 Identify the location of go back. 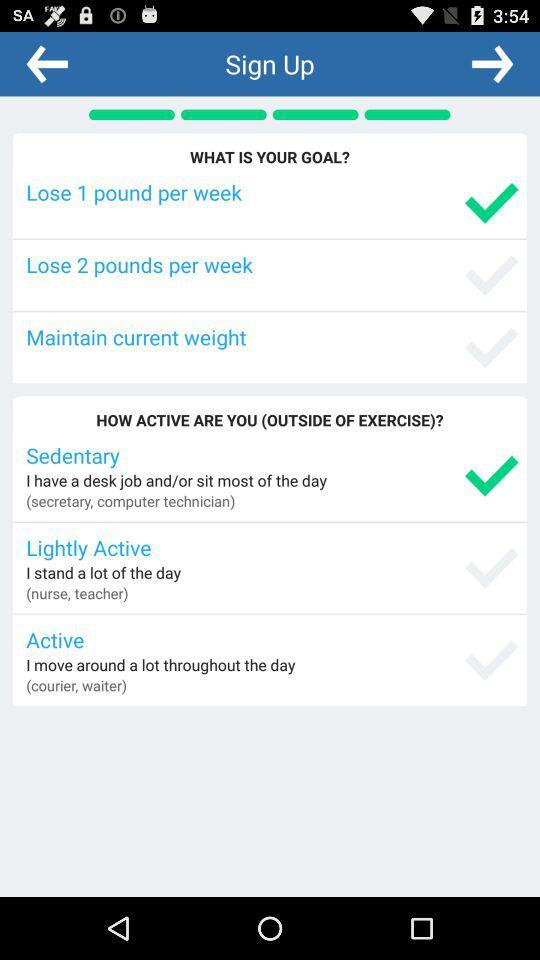
(47, 63).